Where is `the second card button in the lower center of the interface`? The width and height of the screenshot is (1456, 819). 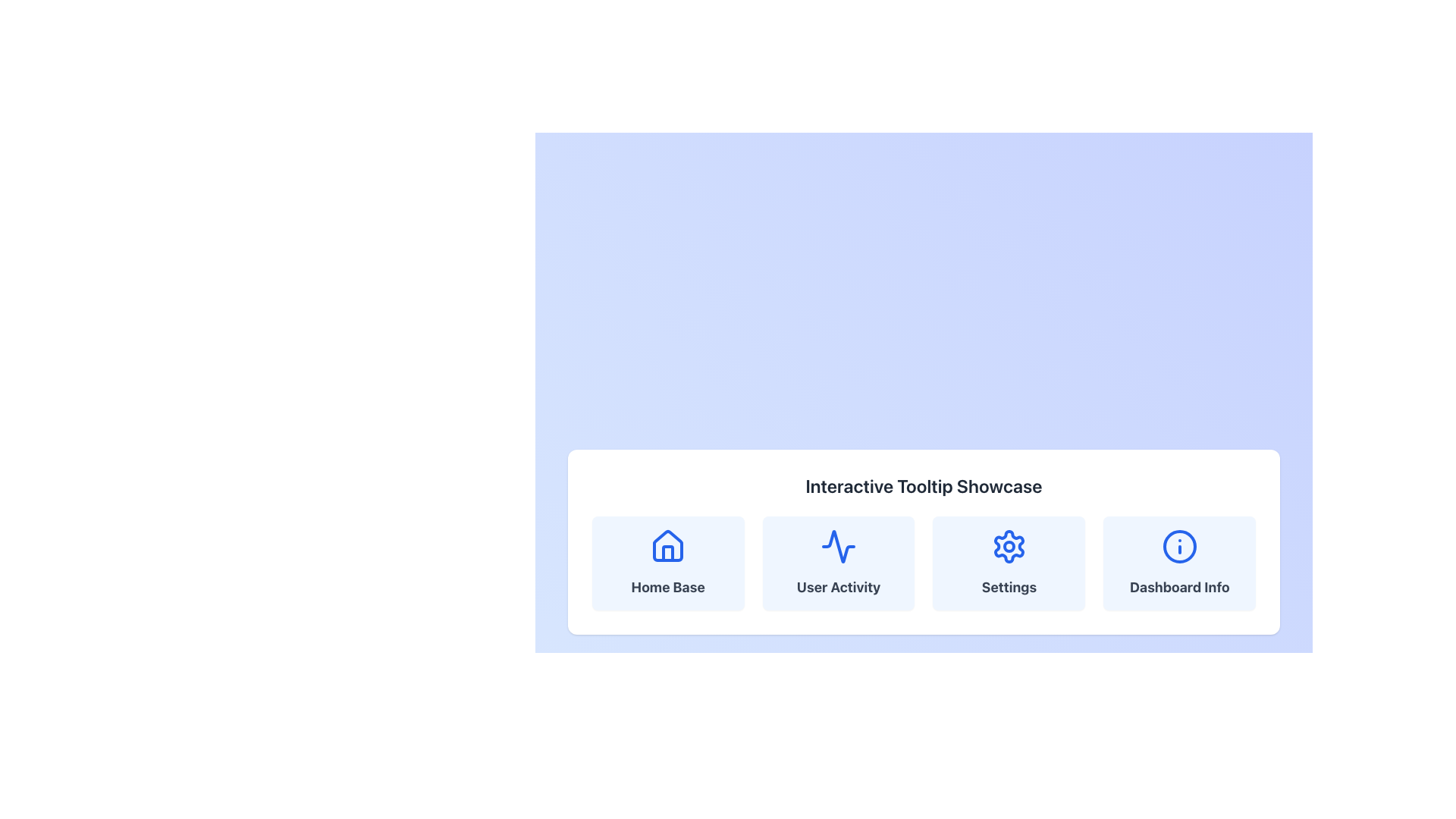 the second card button in the lower center of the interface is located at coordinates (838, 563).